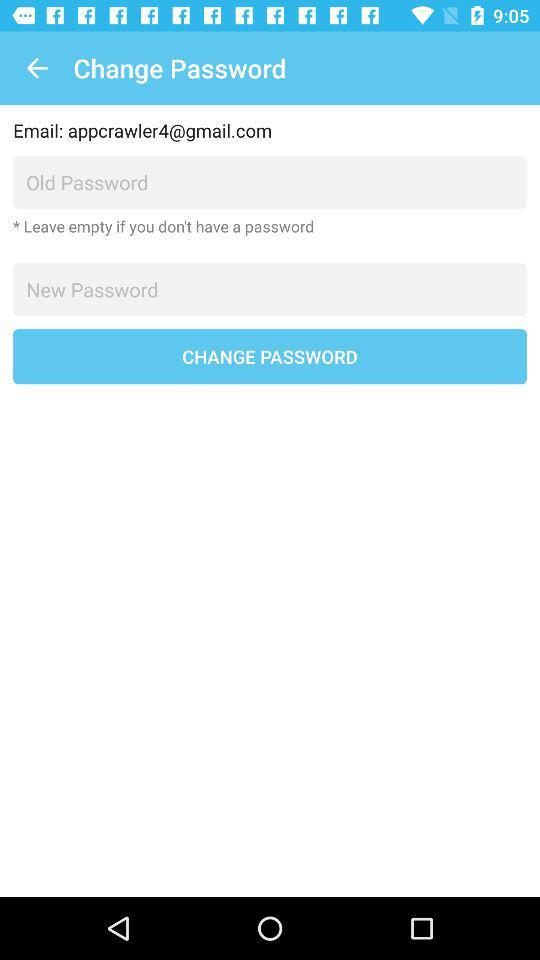 The height and width of the screenshot is (960, 540). I want to click on the item next to change password, so click(36, 68).